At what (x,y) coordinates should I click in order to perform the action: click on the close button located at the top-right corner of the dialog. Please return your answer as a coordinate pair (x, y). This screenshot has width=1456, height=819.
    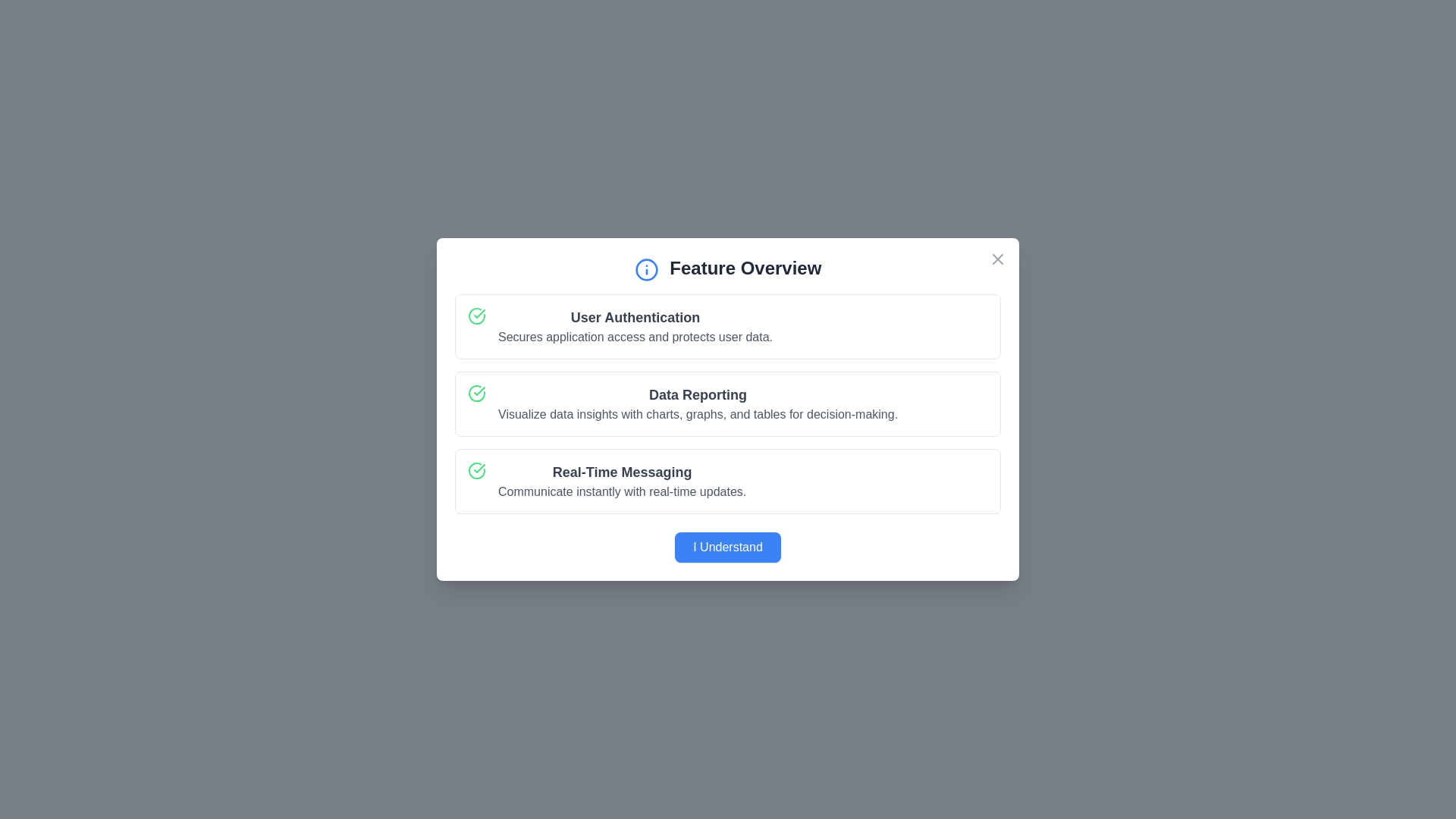
    Looking at the image, I should click on (997, 259).